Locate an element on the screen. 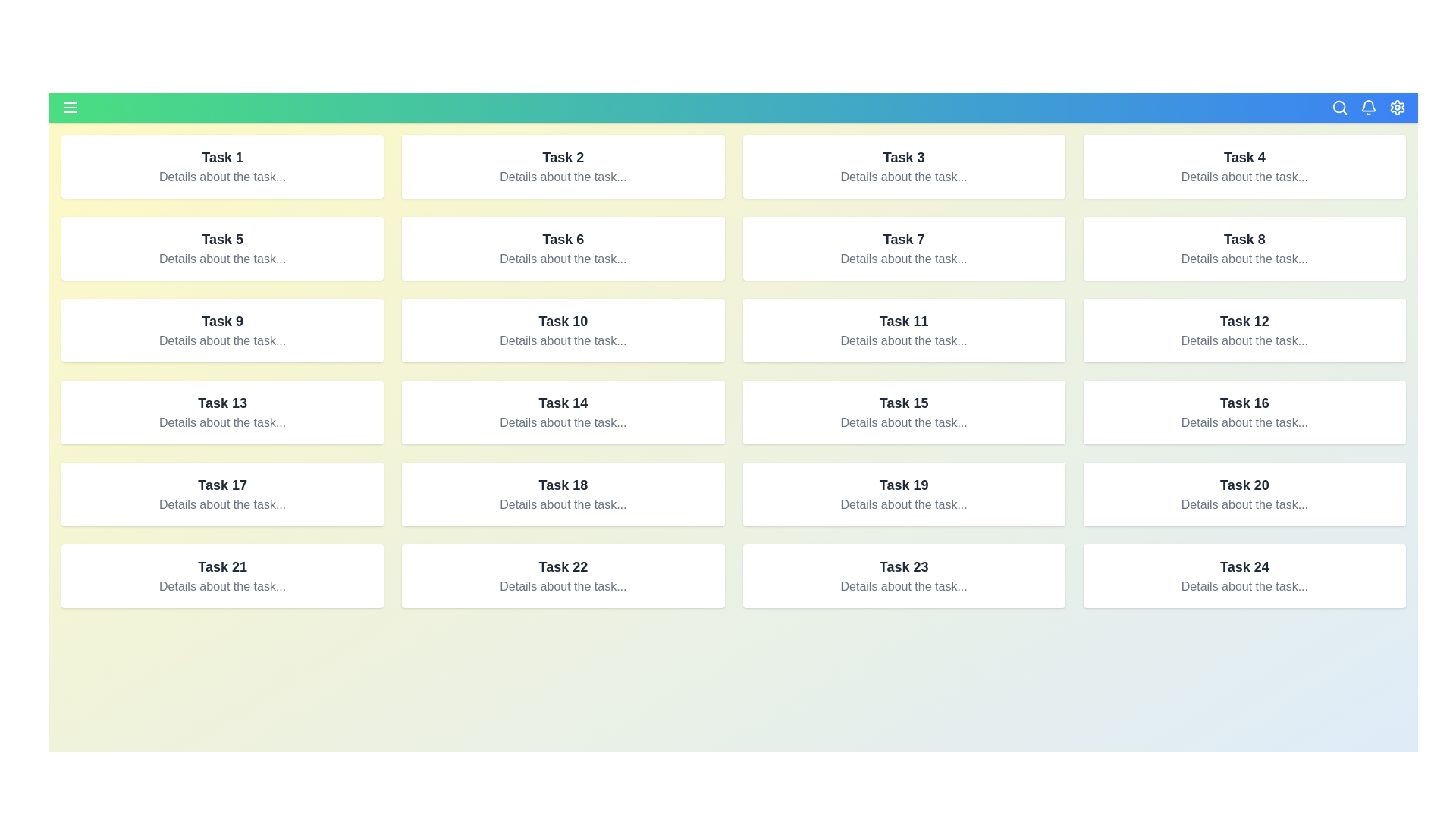 The image size is (1456, 819). the magnifying glass icon to initiate the search is located at coordinates (1339, 107).